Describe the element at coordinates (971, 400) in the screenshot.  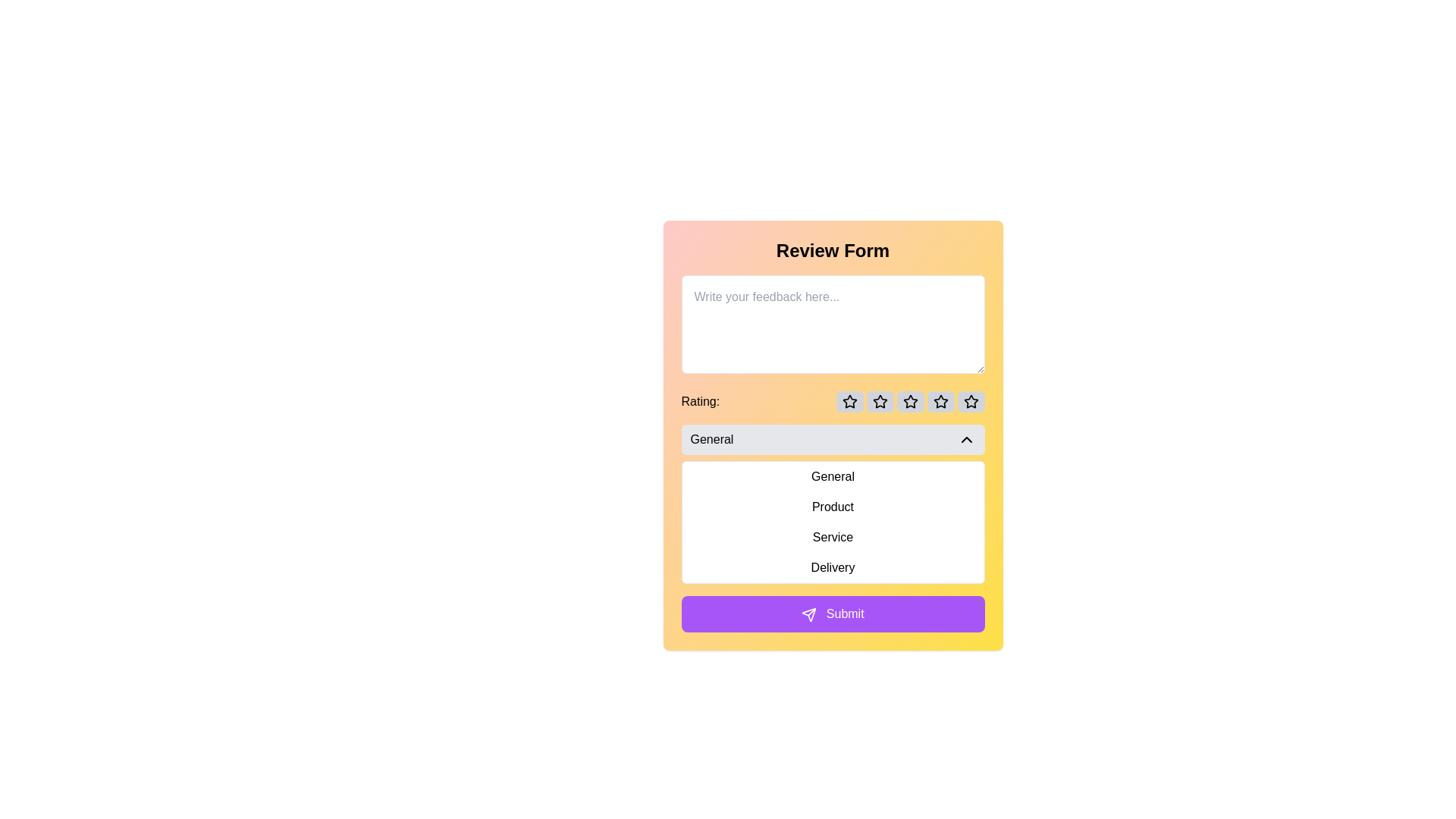
I see `the fifth star icon in the horizontal row of five stars under the 'Rating:' label` at that location.